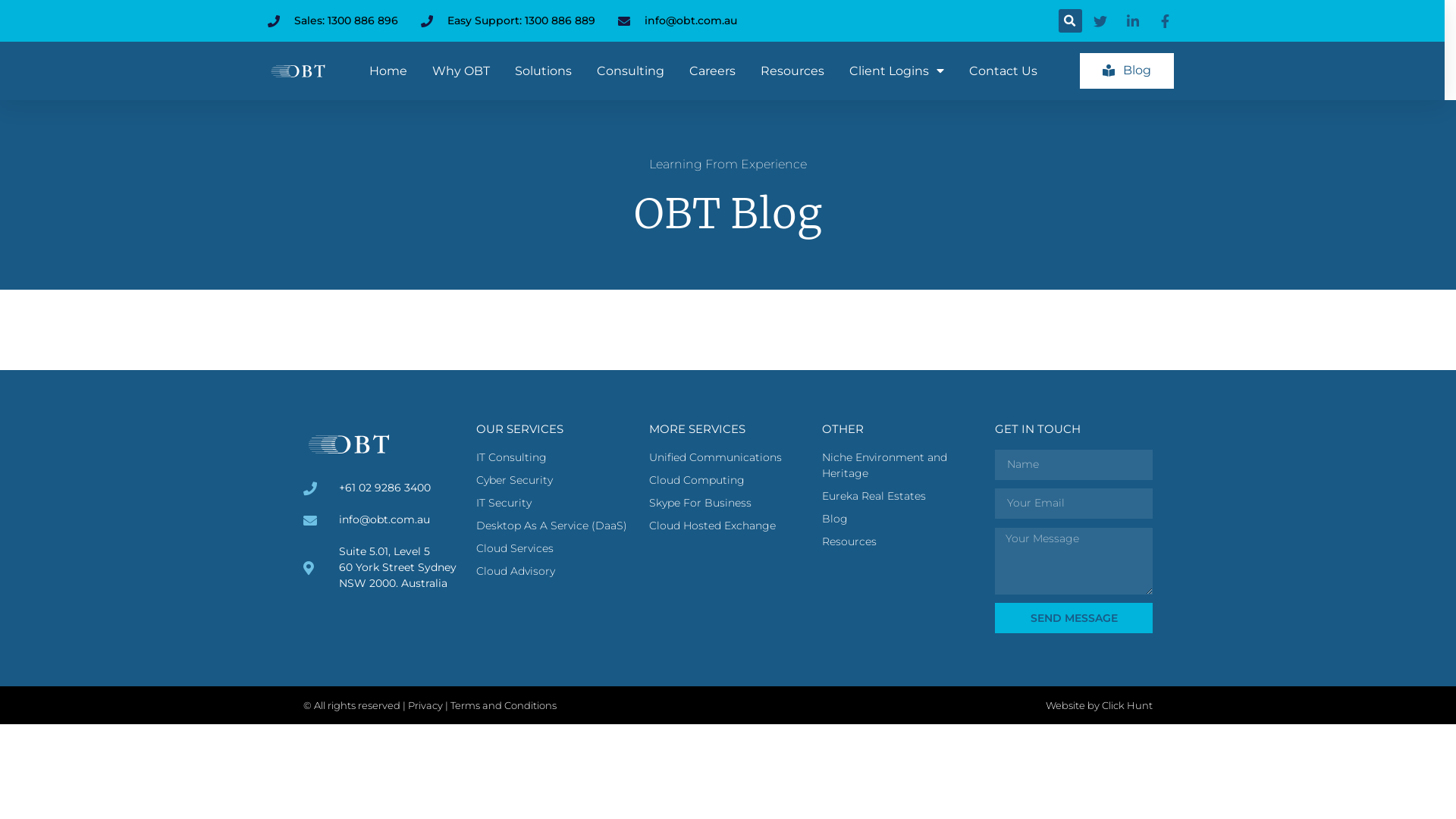 The width and height of the screenshot is (1456, 819). What do you see at coordinates (543, 70) in the screenshot?
I see `'Solutions'` at bounding box center [543, 70].